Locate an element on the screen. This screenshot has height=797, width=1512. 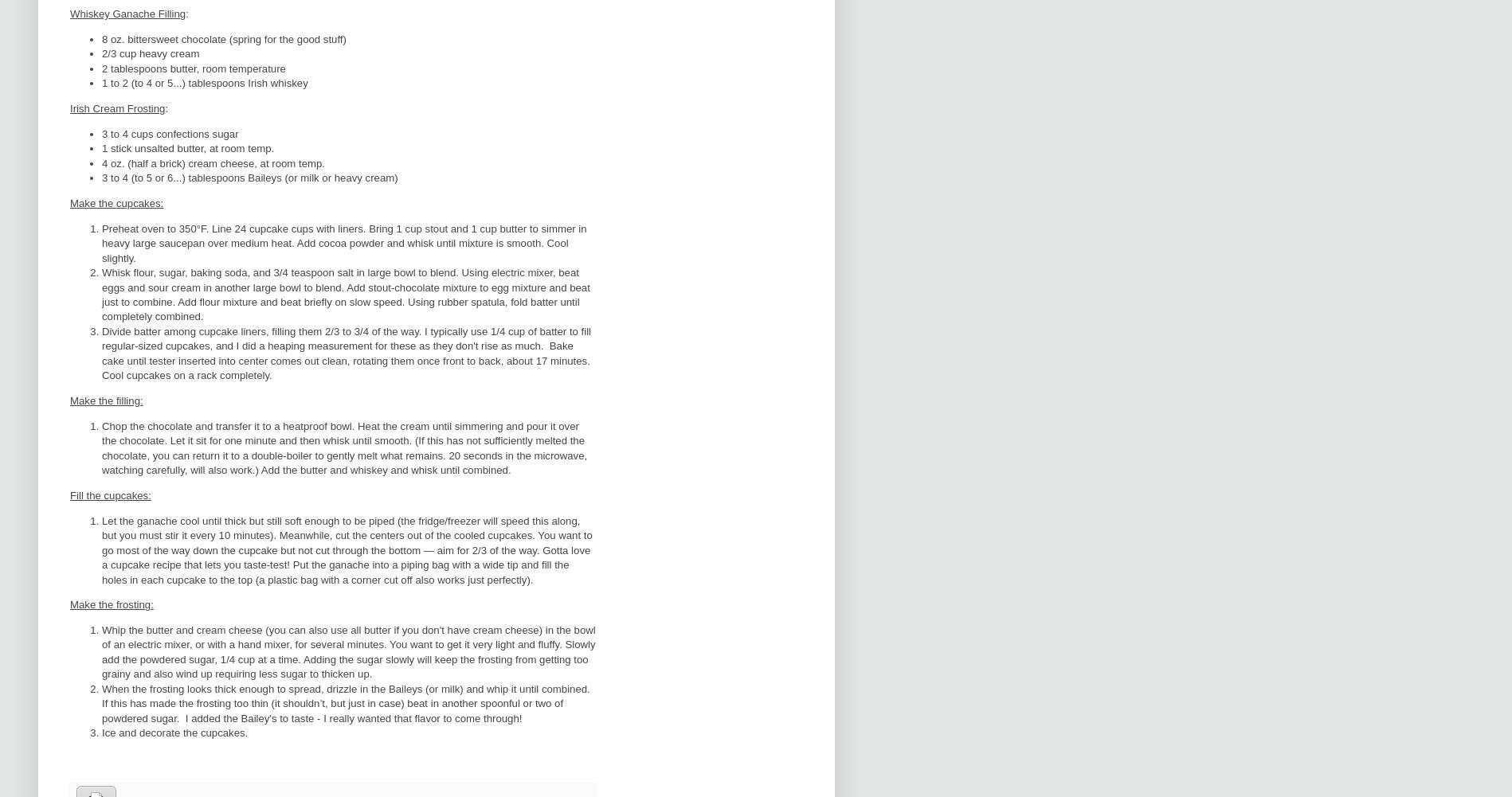
'4 oz. (half a brick) cream cheese, at room temp.' is located at coordinates (212, 162).